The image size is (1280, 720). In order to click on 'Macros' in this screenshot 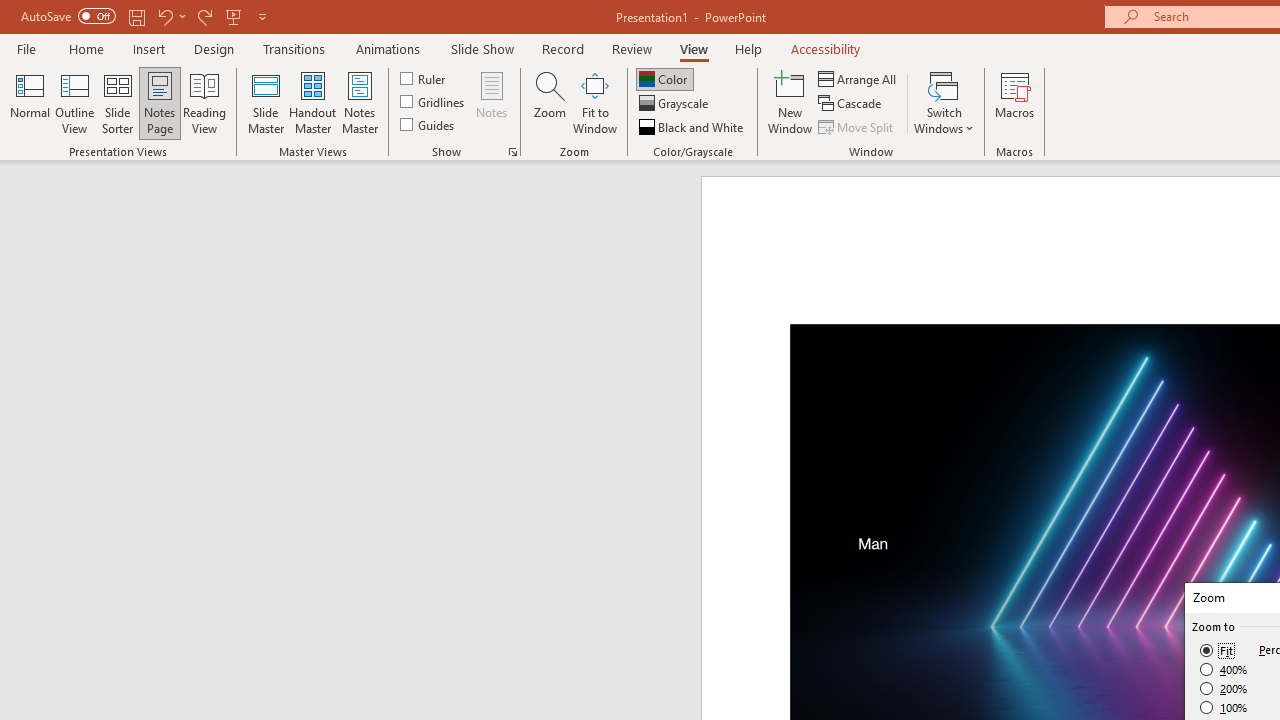, I will do `click(1015, 103)`.